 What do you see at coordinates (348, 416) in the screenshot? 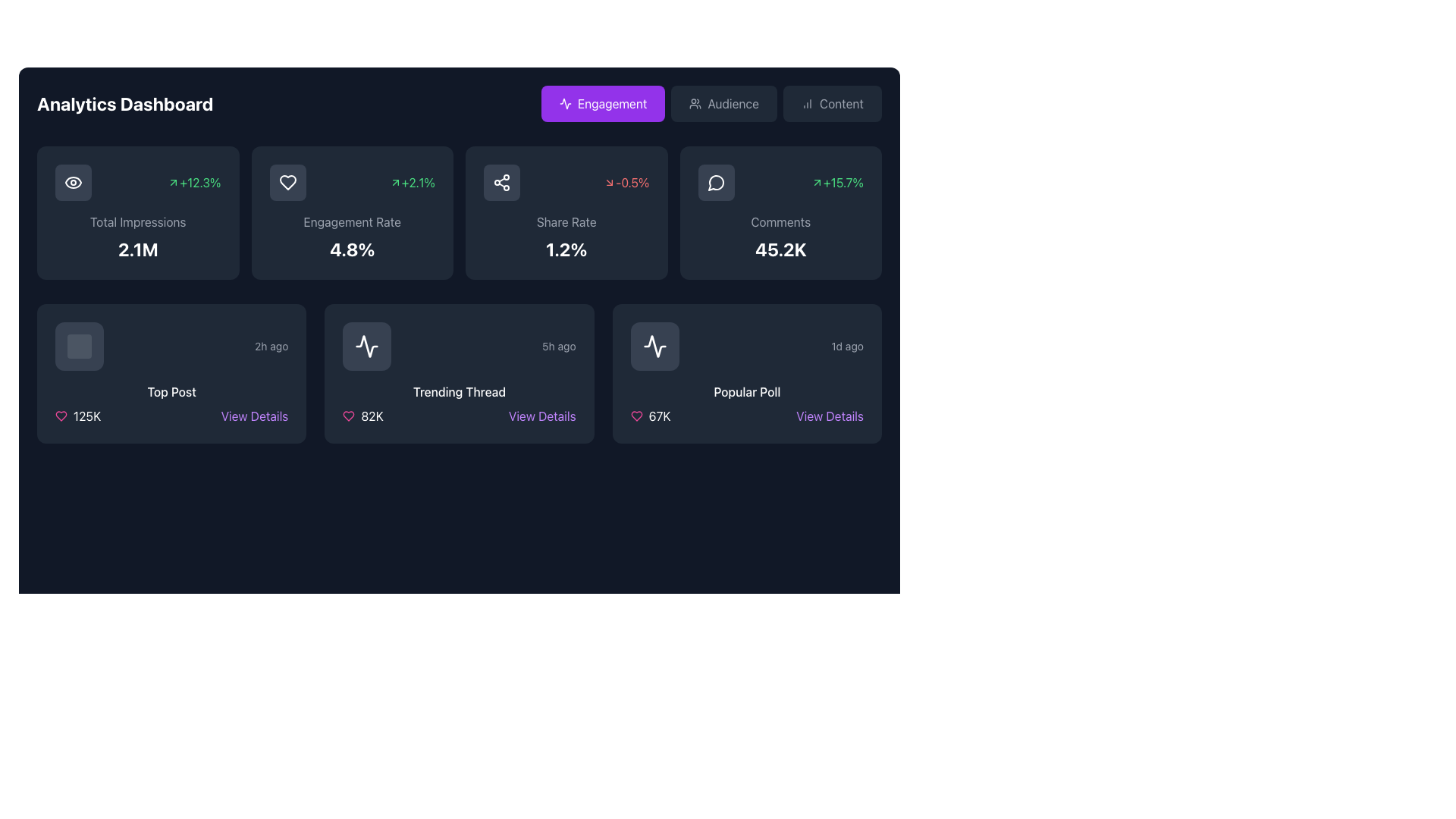
I see `the 'like' icon, which is the leftmost element in a horizontal group located directly to the left of the text '82K'` at bounding box center [348, 416].